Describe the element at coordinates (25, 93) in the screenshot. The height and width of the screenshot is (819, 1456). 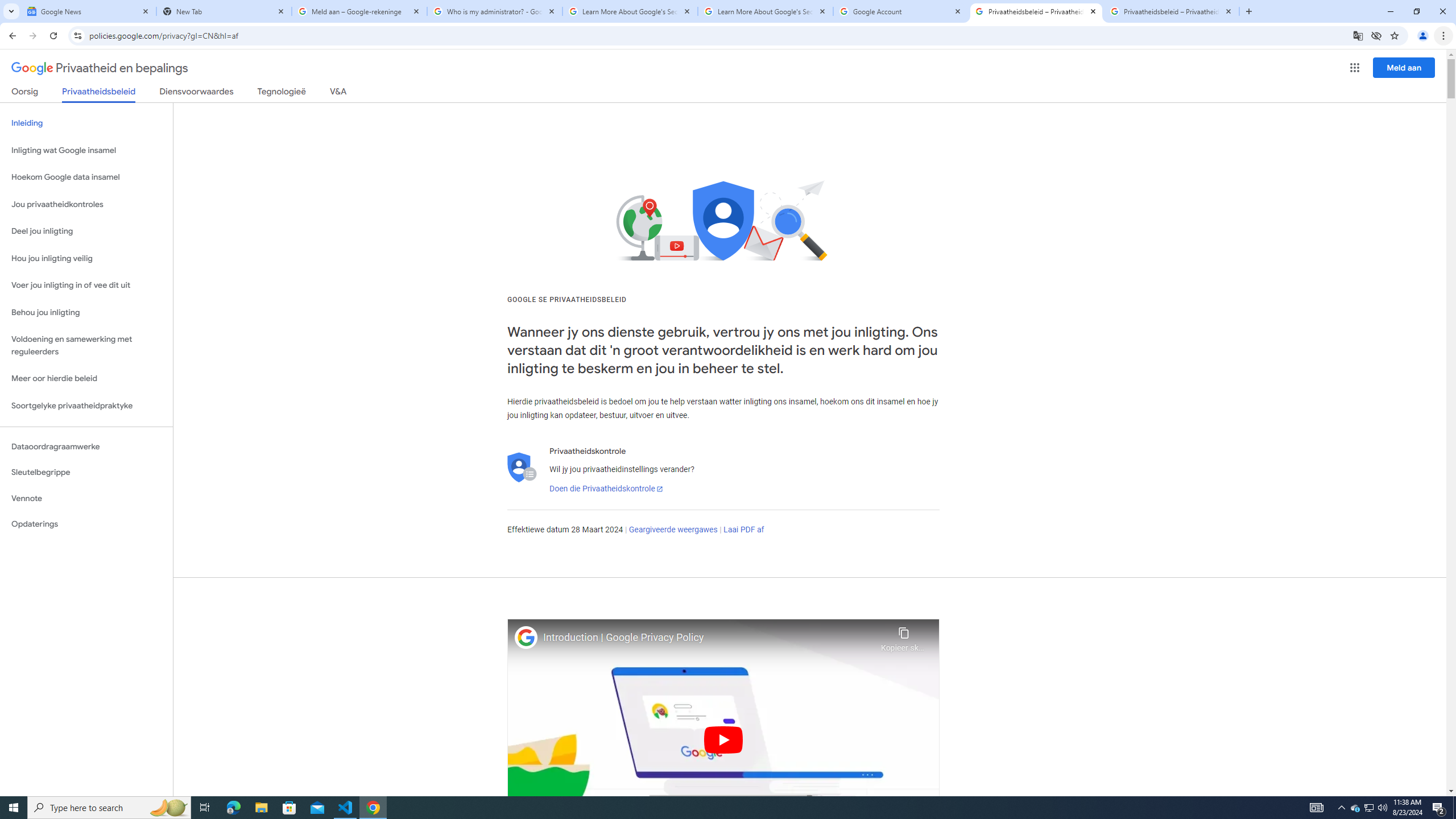
I see `'Oorsig'` at that location.